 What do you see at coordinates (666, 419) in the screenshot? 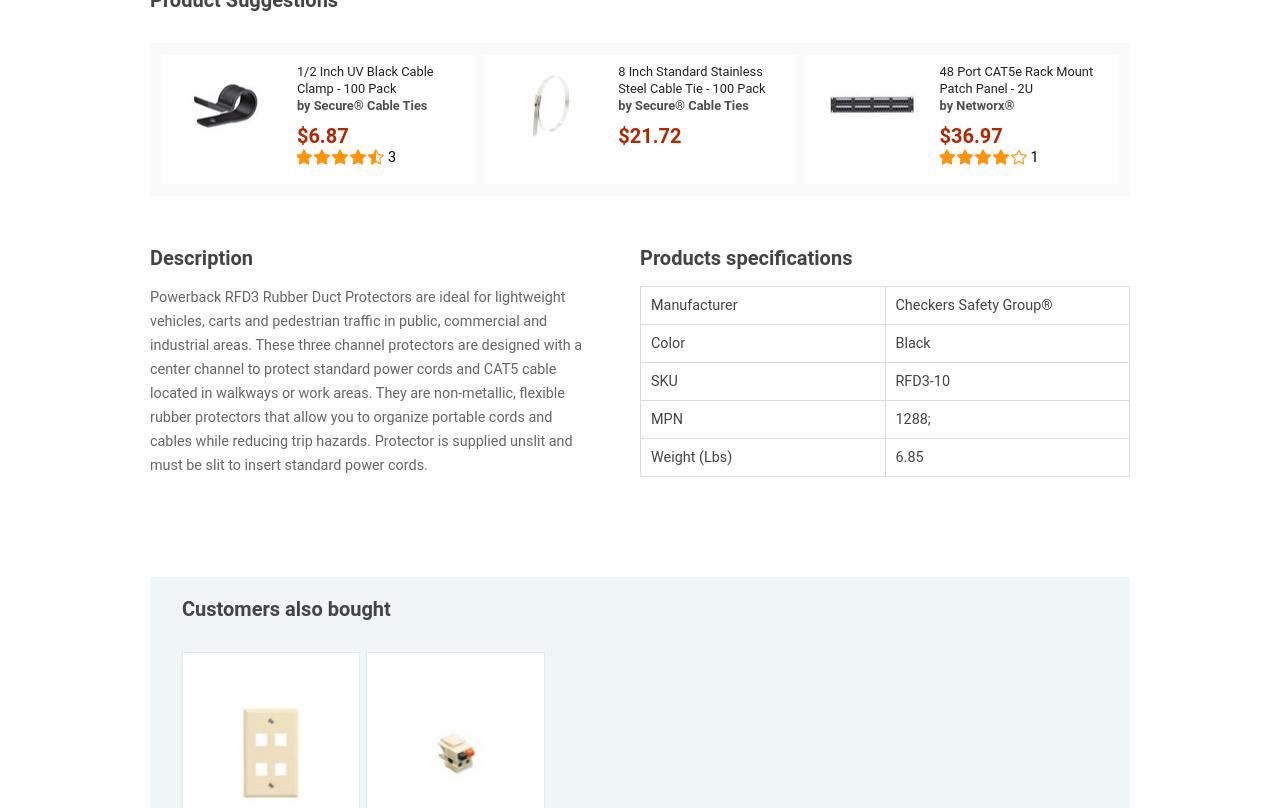
I see `'MPN'` at bounding box center [666, 419].